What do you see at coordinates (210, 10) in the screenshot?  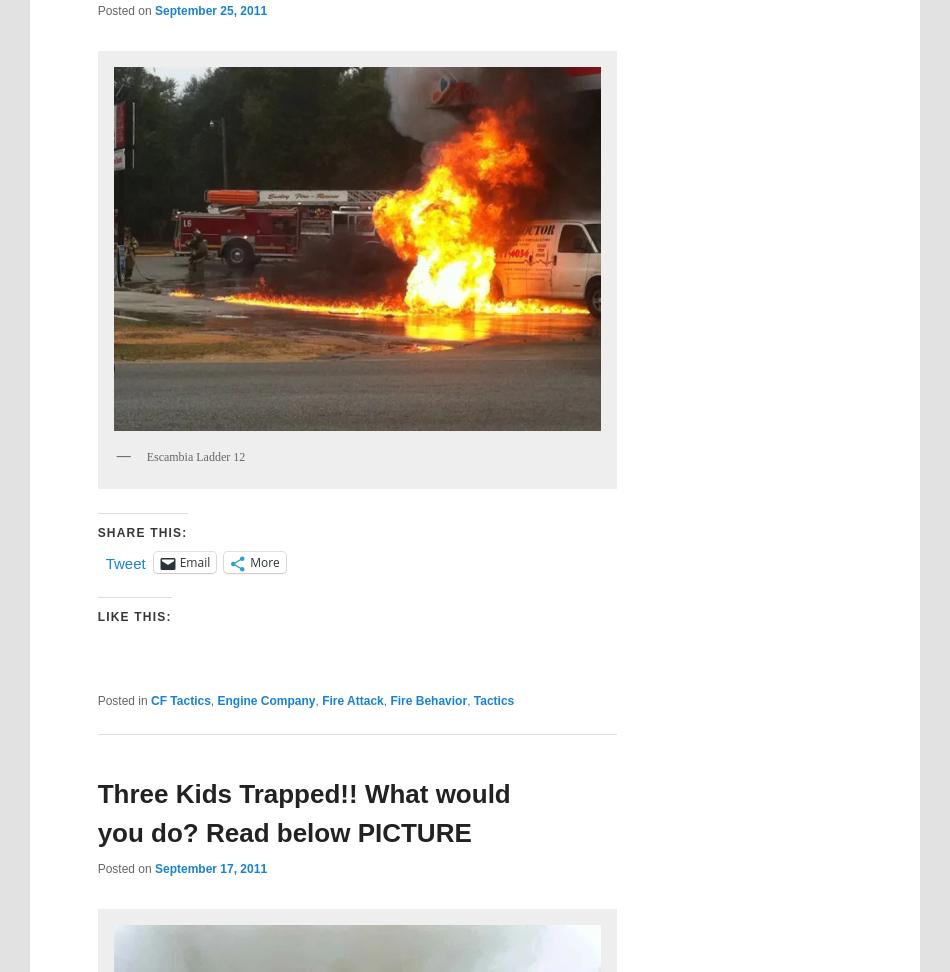 I see `'September 25, 2011'` at bounding box center [210, 10].